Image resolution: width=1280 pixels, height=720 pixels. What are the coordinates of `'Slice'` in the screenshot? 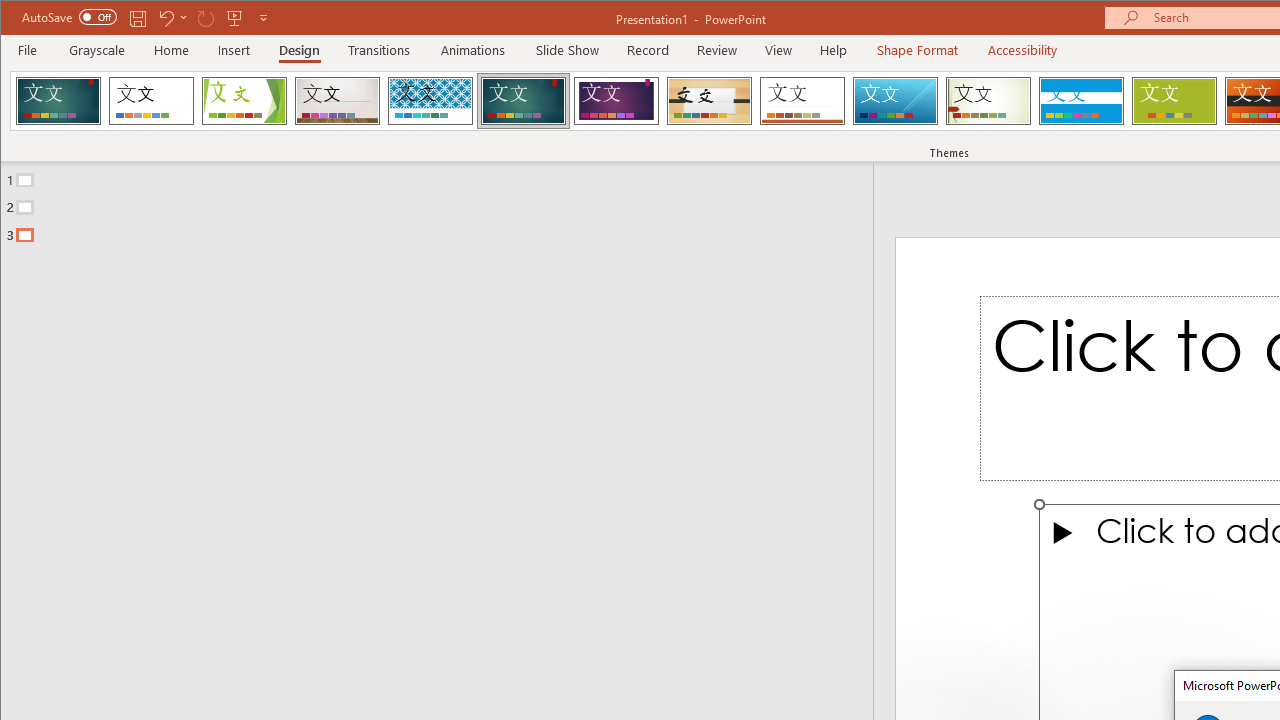 It's located at (894, 100).